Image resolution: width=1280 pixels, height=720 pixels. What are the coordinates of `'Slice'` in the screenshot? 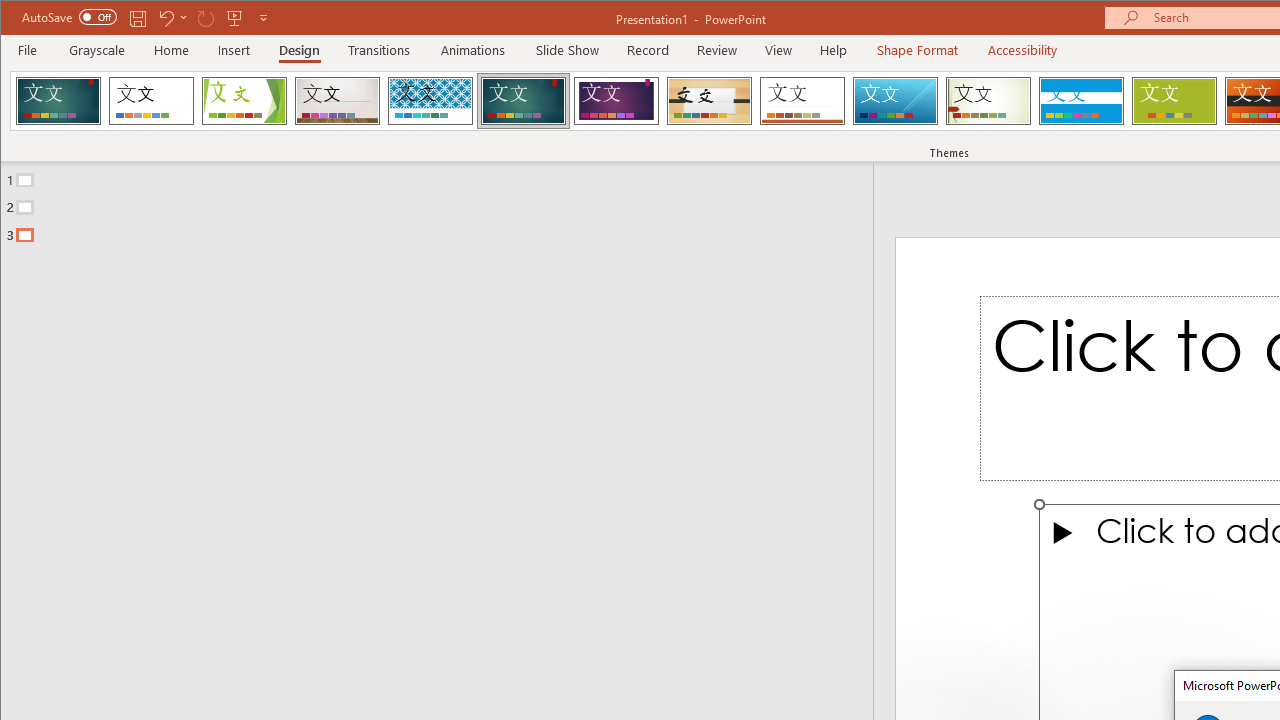 It's located at (894, 100).